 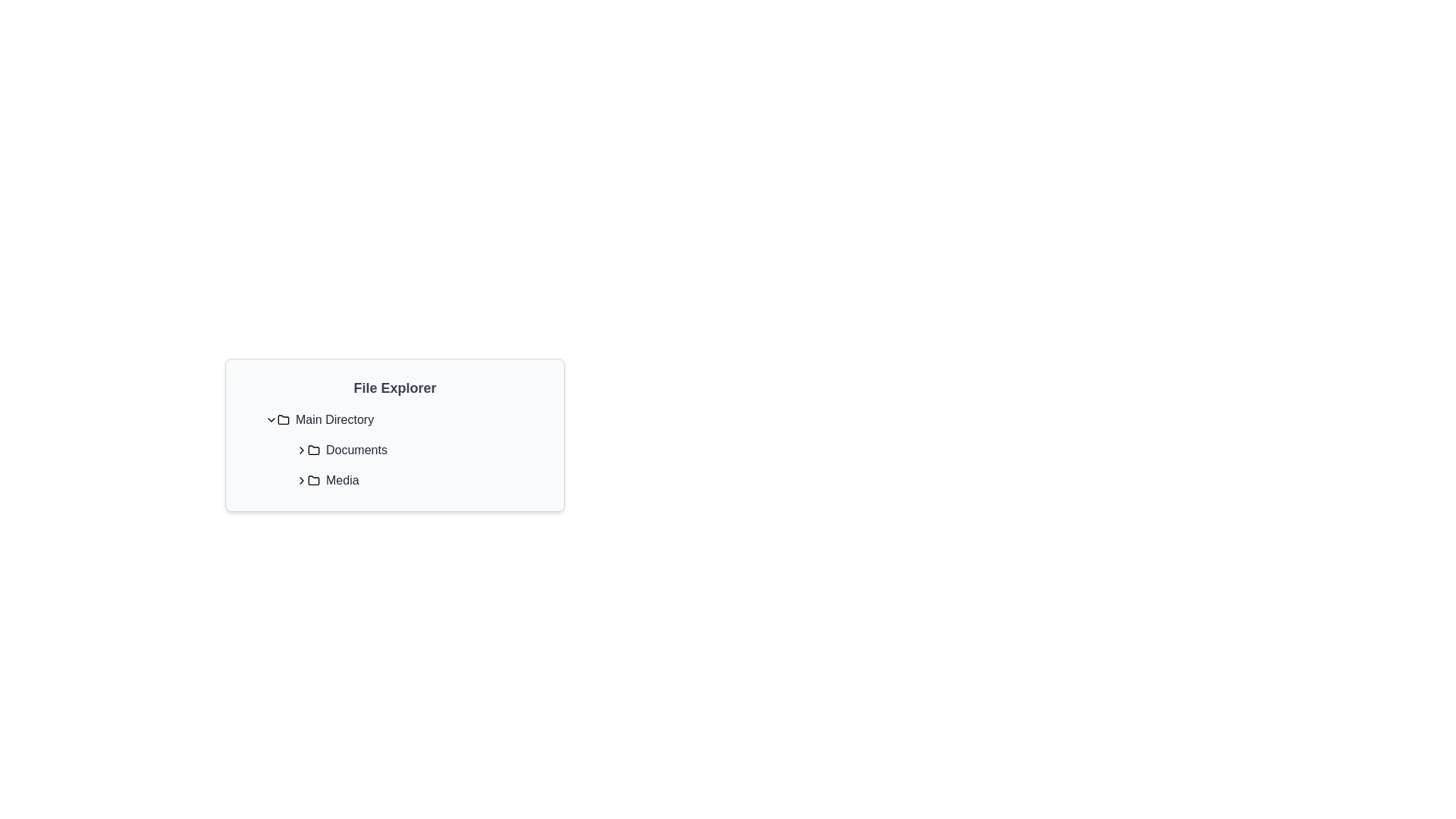 What do you see at coordinates (312, 480) in the screenshot?
I see `the folder icon with a gray outline that is positioned to the left of the 'Media' text label in the file explorer interface` at bounding box center [312, 480].